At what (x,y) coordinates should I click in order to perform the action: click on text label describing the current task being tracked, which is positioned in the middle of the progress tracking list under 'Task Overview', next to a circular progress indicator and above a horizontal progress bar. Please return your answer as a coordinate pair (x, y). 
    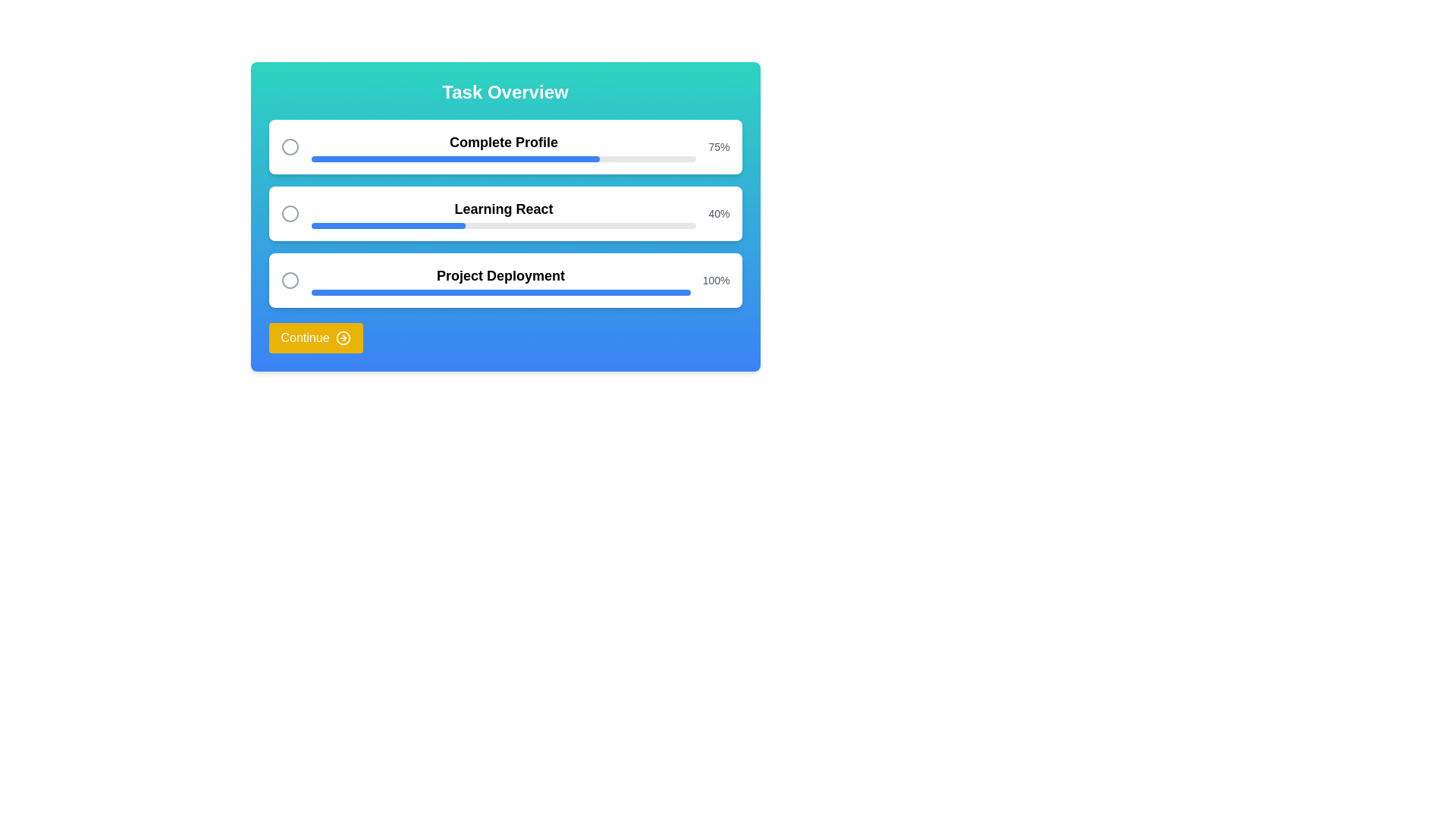
    Looking at the image, I should click on (504, 209).